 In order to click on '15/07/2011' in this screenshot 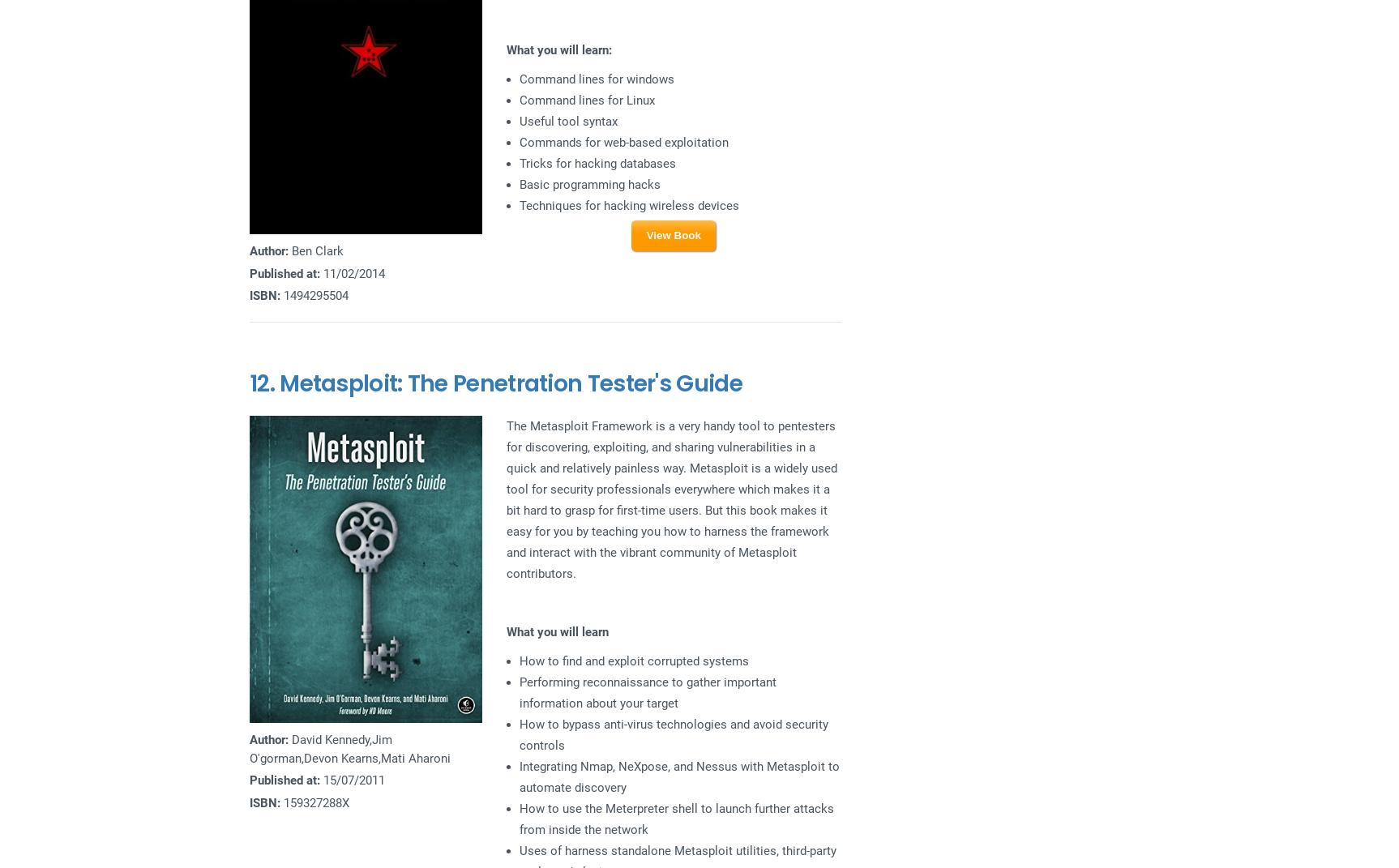, I will do `click(351, 780)`.